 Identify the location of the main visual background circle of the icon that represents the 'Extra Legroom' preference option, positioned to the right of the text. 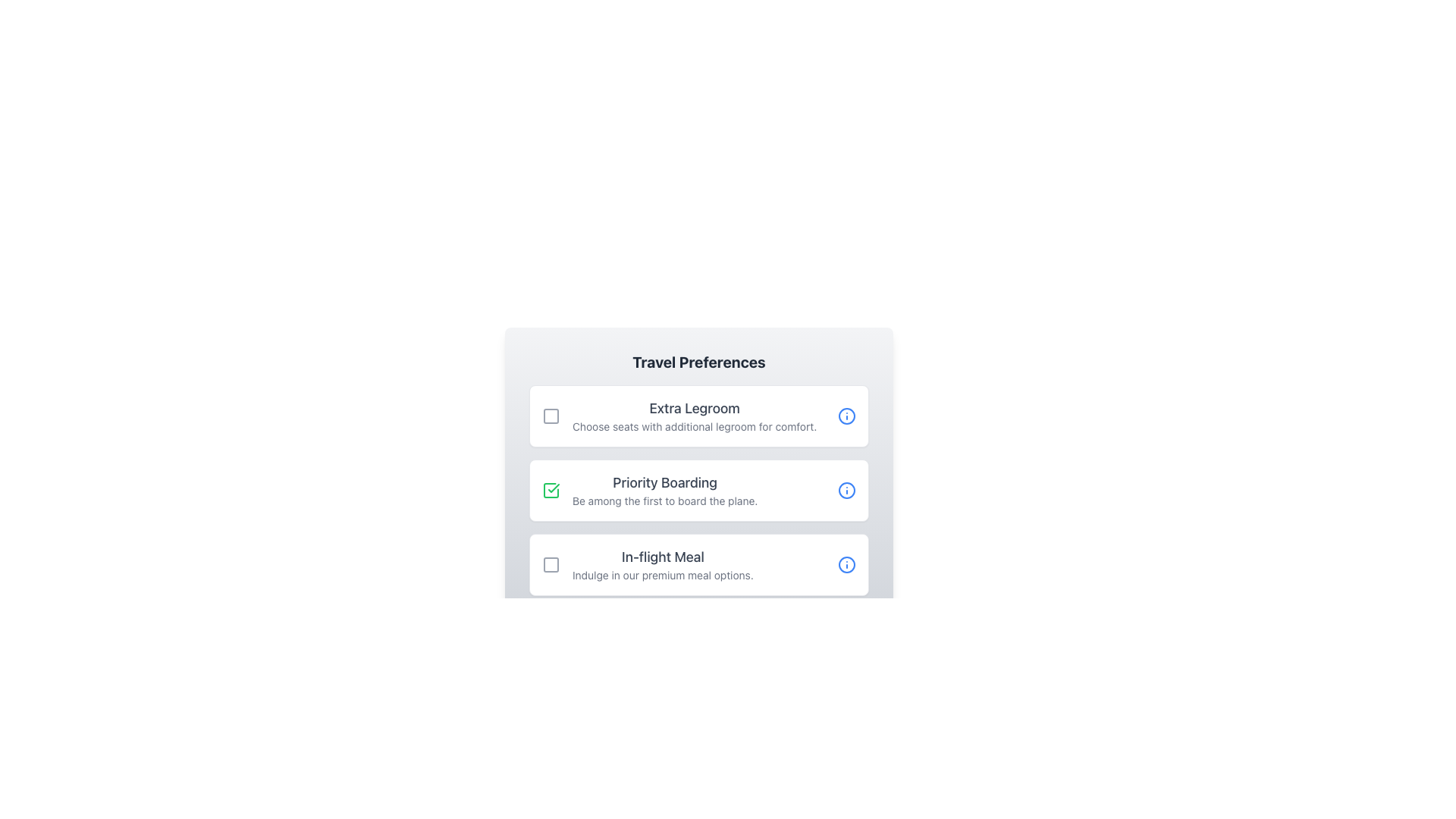
(846, 416).